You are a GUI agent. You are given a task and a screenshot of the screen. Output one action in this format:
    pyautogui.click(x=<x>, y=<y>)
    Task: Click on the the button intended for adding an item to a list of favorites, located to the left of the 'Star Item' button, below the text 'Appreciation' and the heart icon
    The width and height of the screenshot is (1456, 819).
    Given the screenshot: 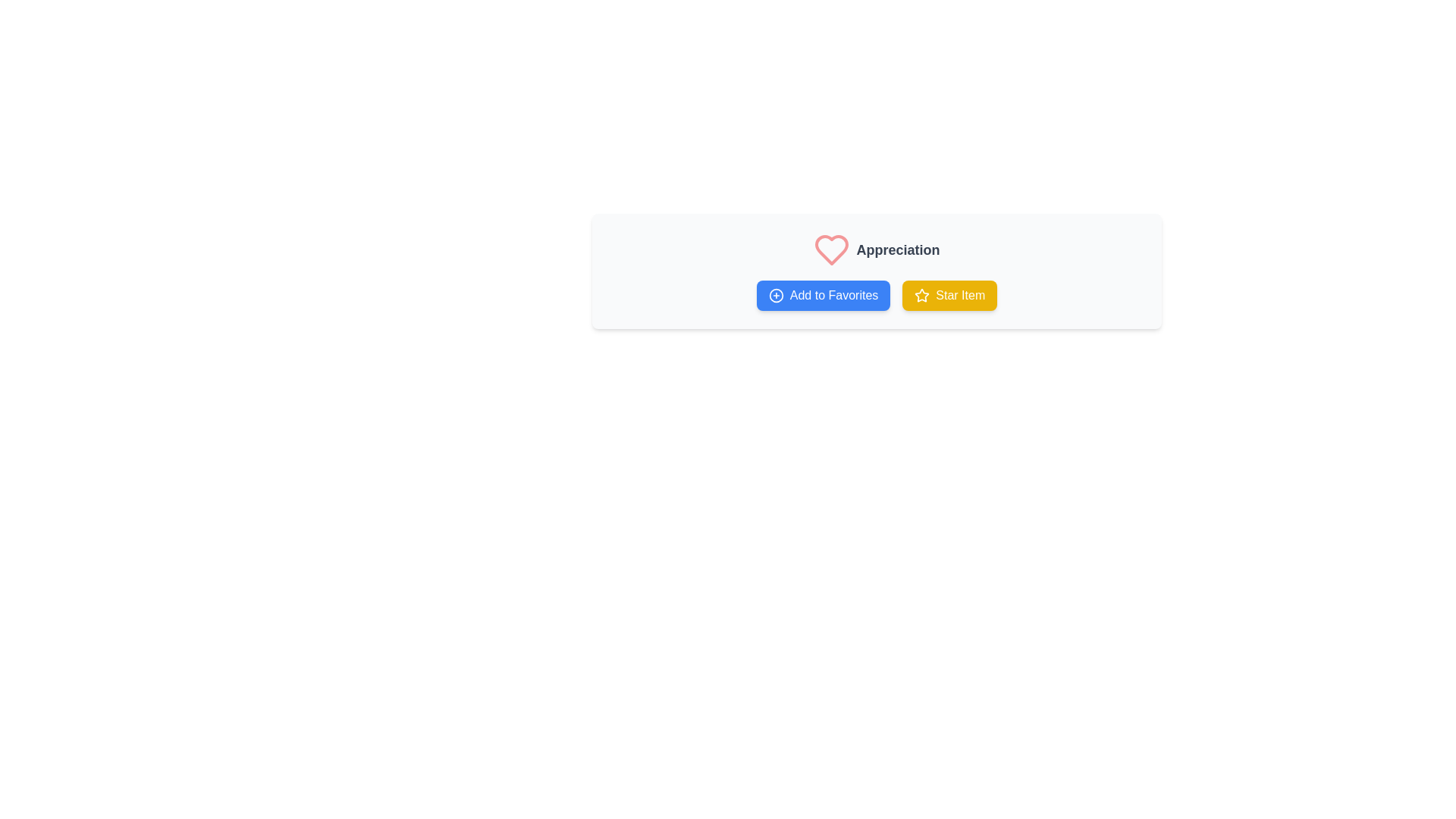 What is the action you would take?
    pyautogui.click(x=823, y=295)
    